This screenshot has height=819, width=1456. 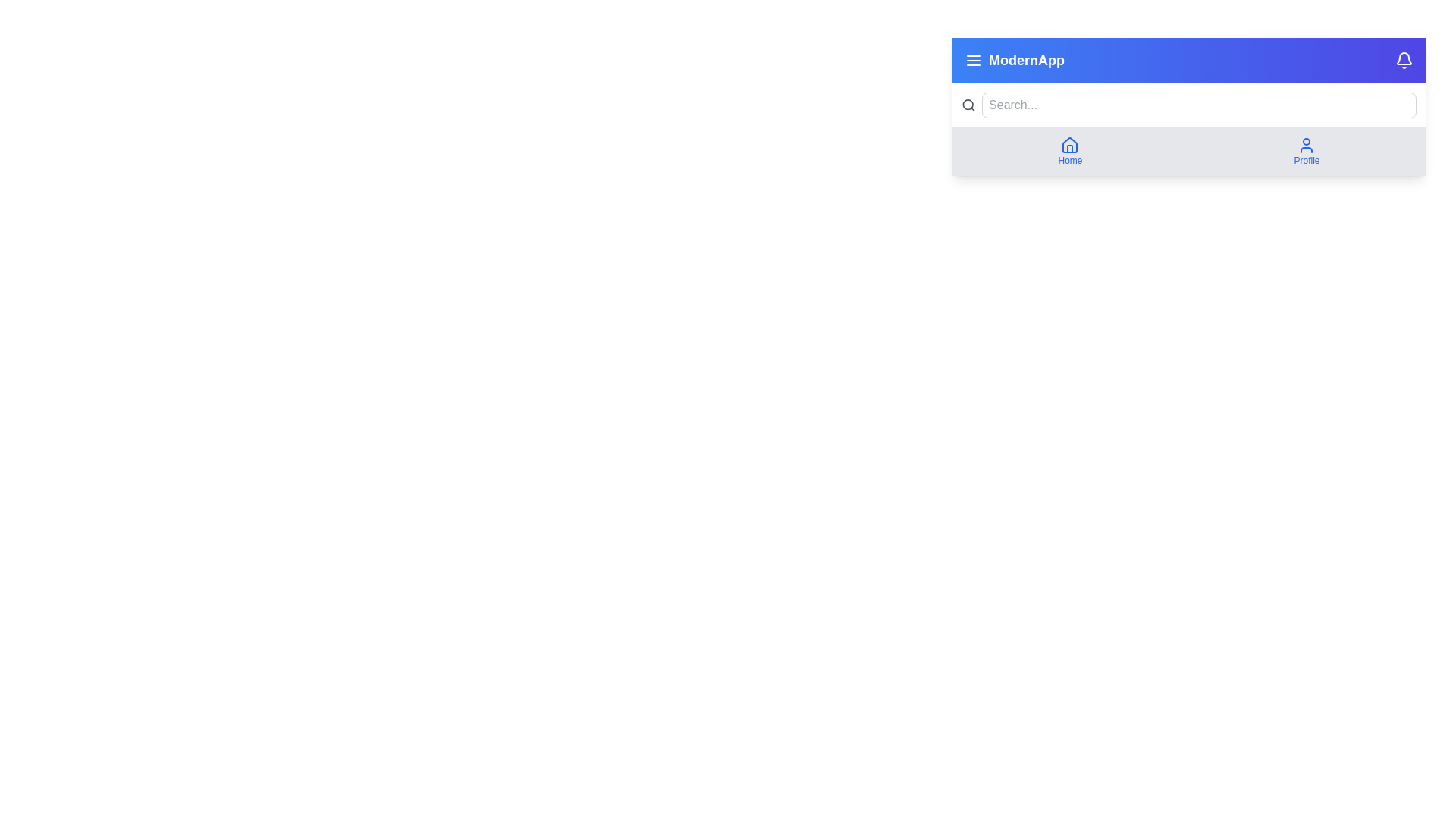 I want to click on the hamburger menu icon located at the far left of the application header, before the text 'ModernApp', so click(x=973, y=60).